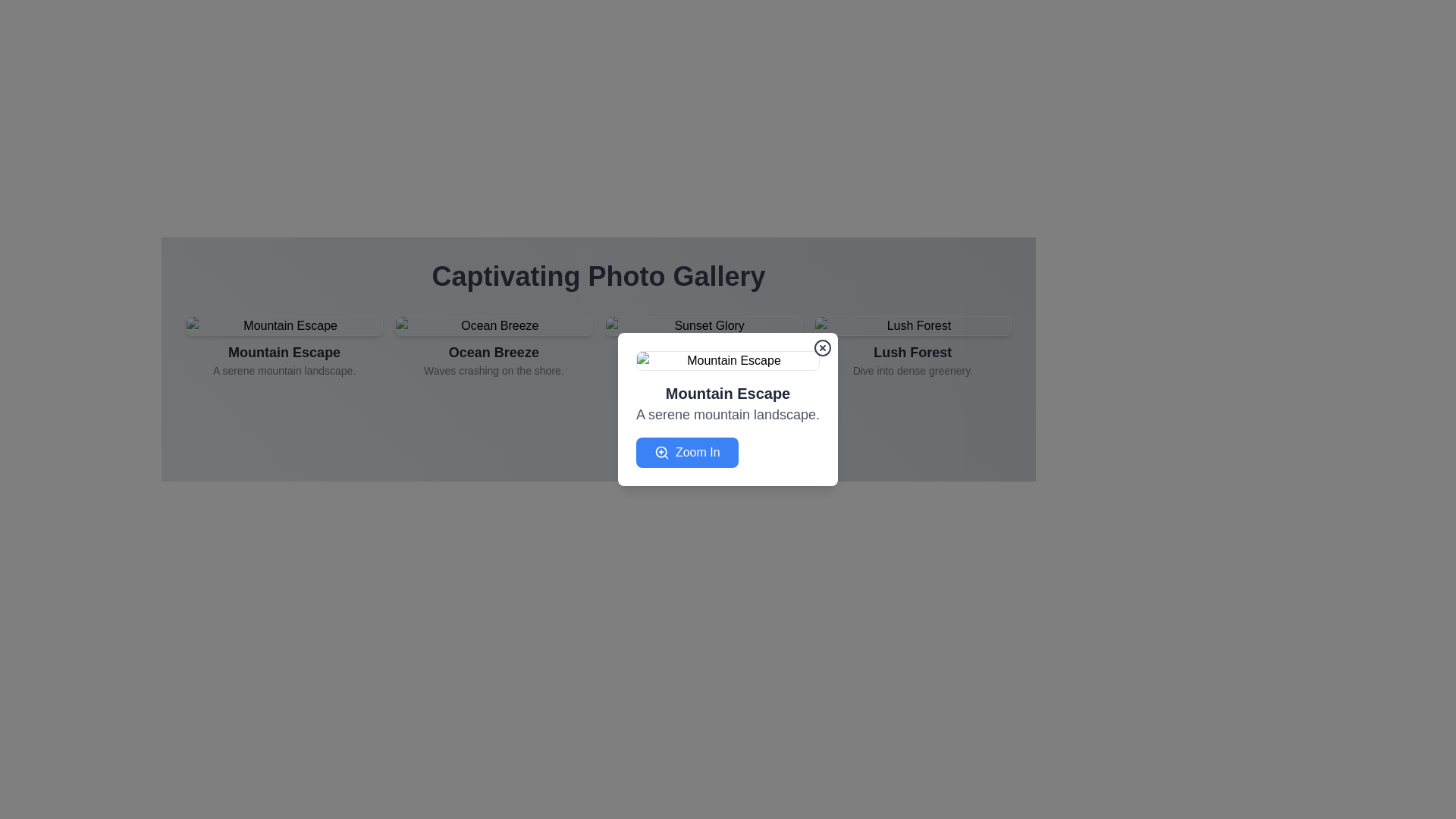 This screenshot has height=819, width=1456. I want to click on alt text of the image labeled 'Sunset Glory', which is the uppermost component of the card in the photo gallery interface, so click(702, 325).